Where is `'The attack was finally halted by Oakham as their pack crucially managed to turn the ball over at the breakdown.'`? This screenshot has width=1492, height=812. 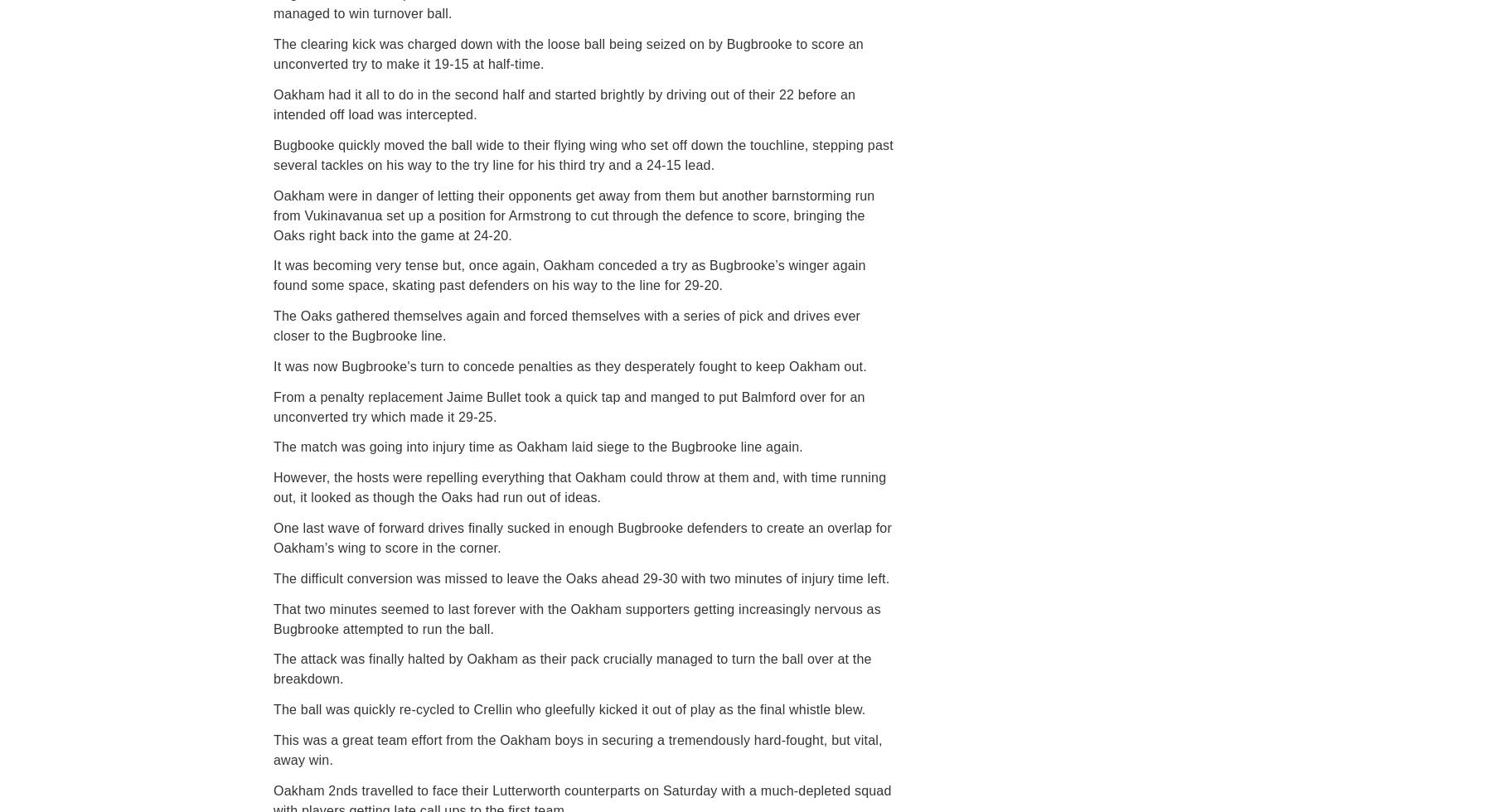
'The attack was finally halted by Oakham as their pack crucially managed to turn the ball over at the breakdown.' is located at coordinates (571, 669).